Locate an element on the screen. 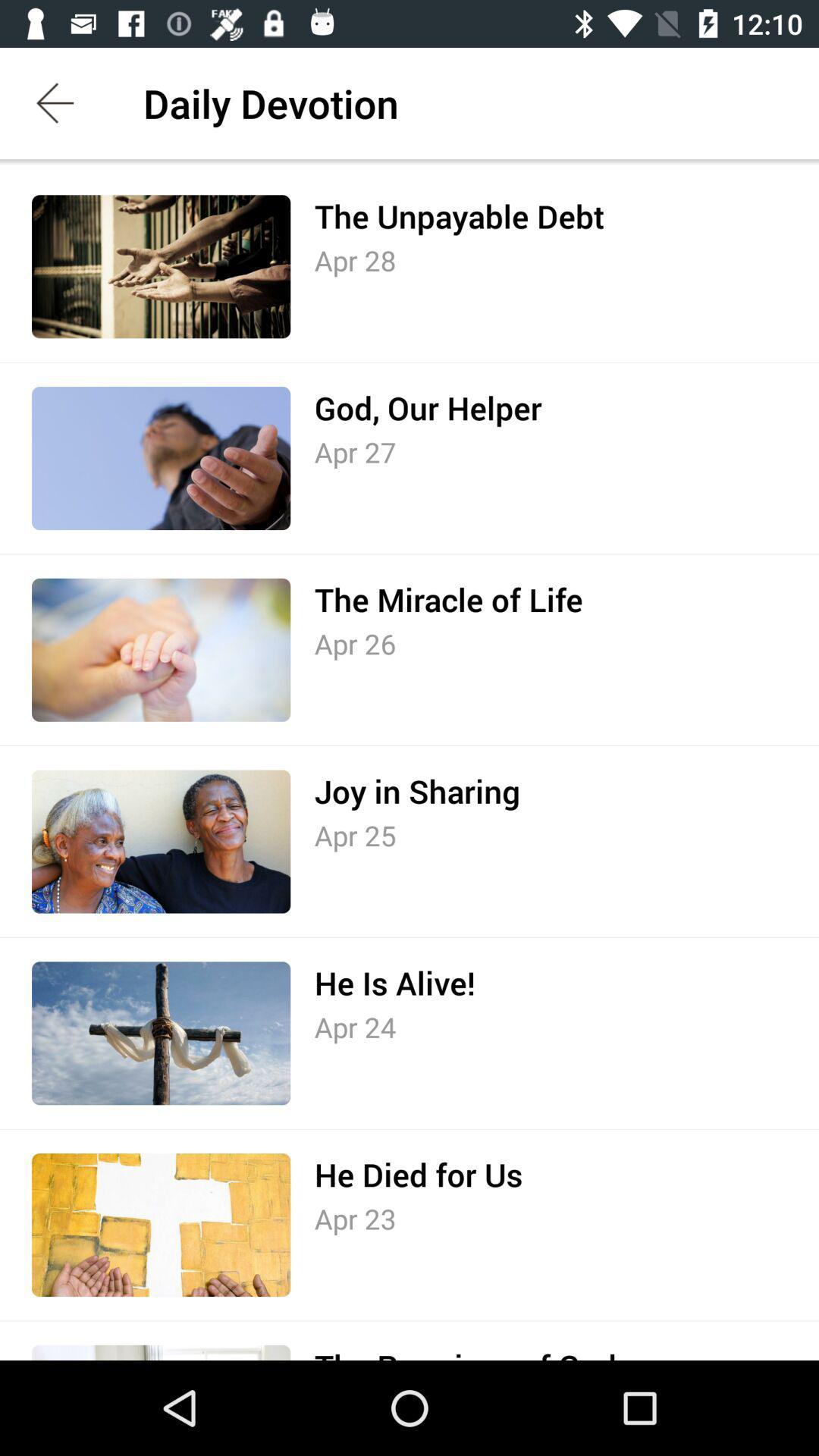 This screenshot has width=819, height=1456. the the unpayable debt icon is located at coordinates (458, 215).